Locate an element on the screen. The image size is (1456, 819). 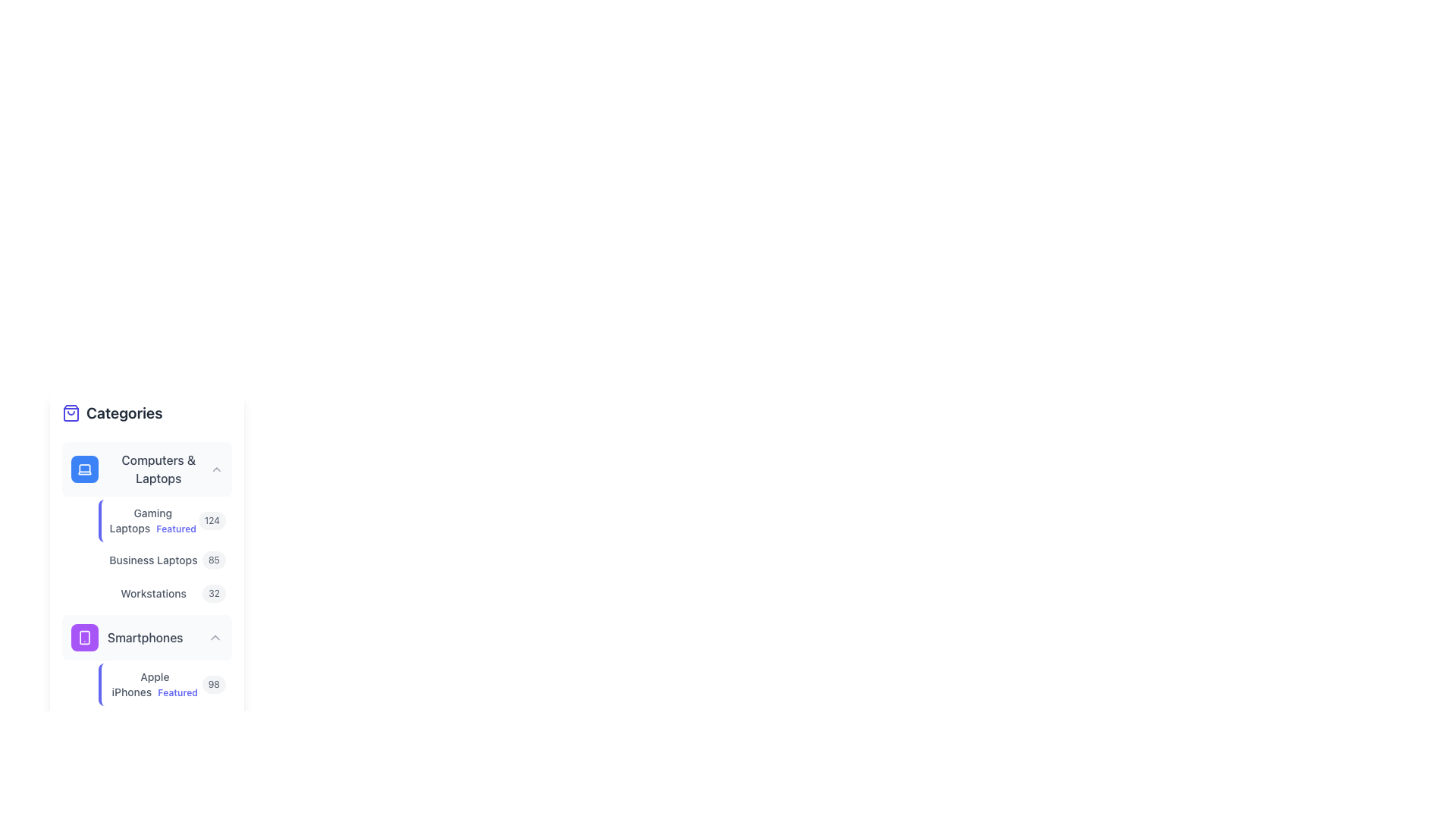
the purple Icon button with a smartphone icon, located to the left of the 'Smartphones' text in the 'Categories' section is located at coordinates (83, 637).